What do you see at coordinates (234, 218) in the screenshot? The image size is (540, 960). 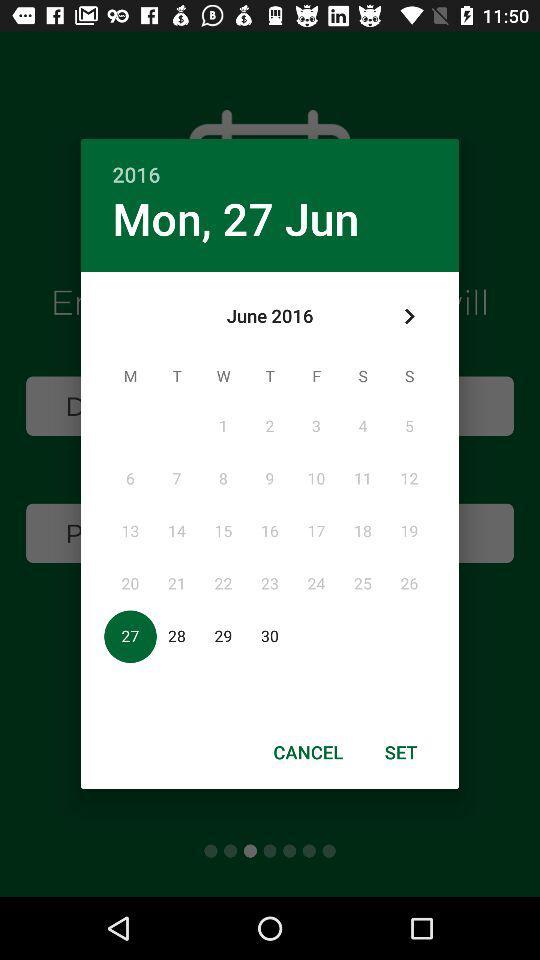 I see `the item below 2016 icon` at bounding box center [234, 218].